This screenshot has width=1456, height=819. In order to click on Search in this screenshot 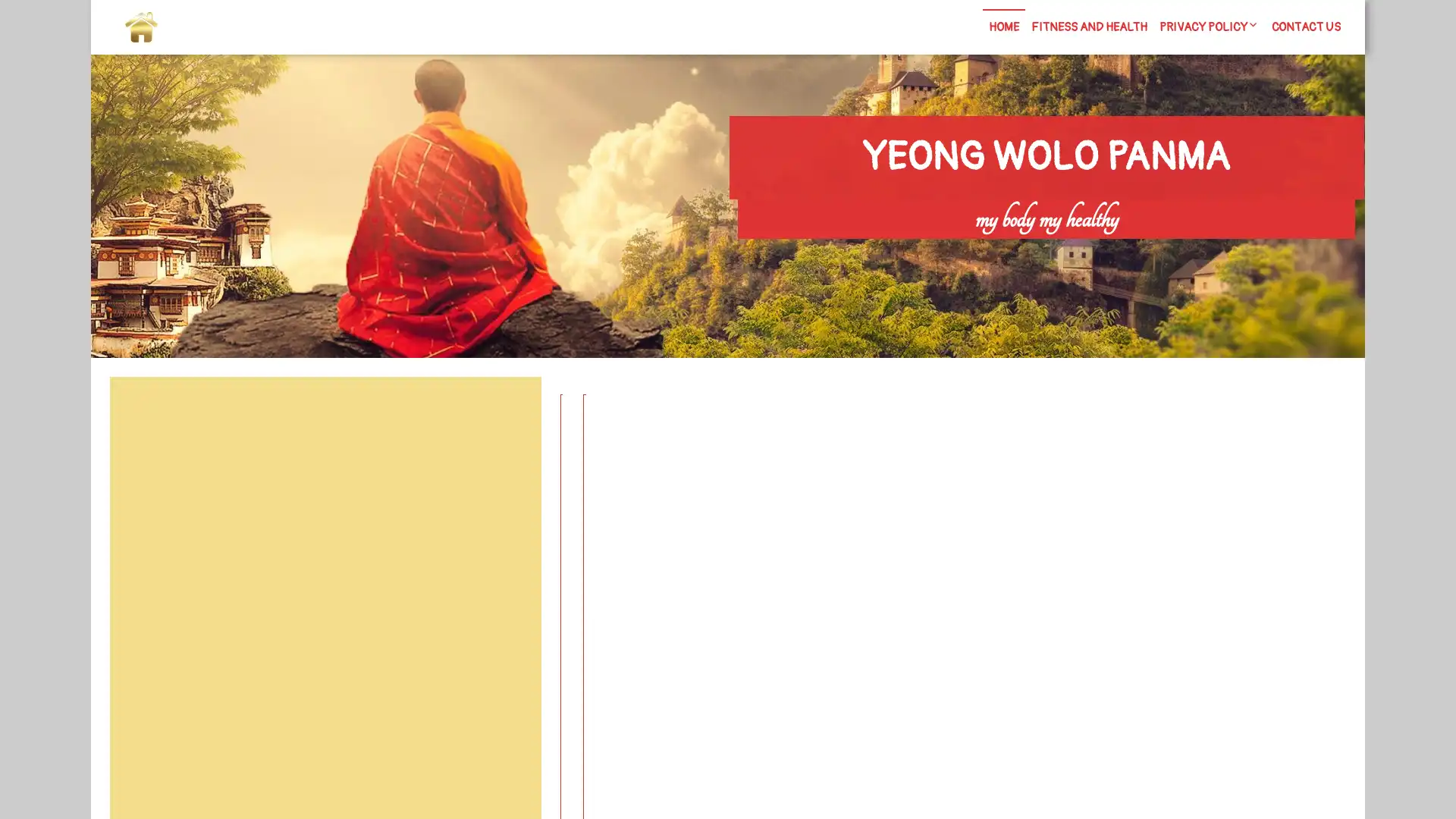, I will do `click(506, 413)`.